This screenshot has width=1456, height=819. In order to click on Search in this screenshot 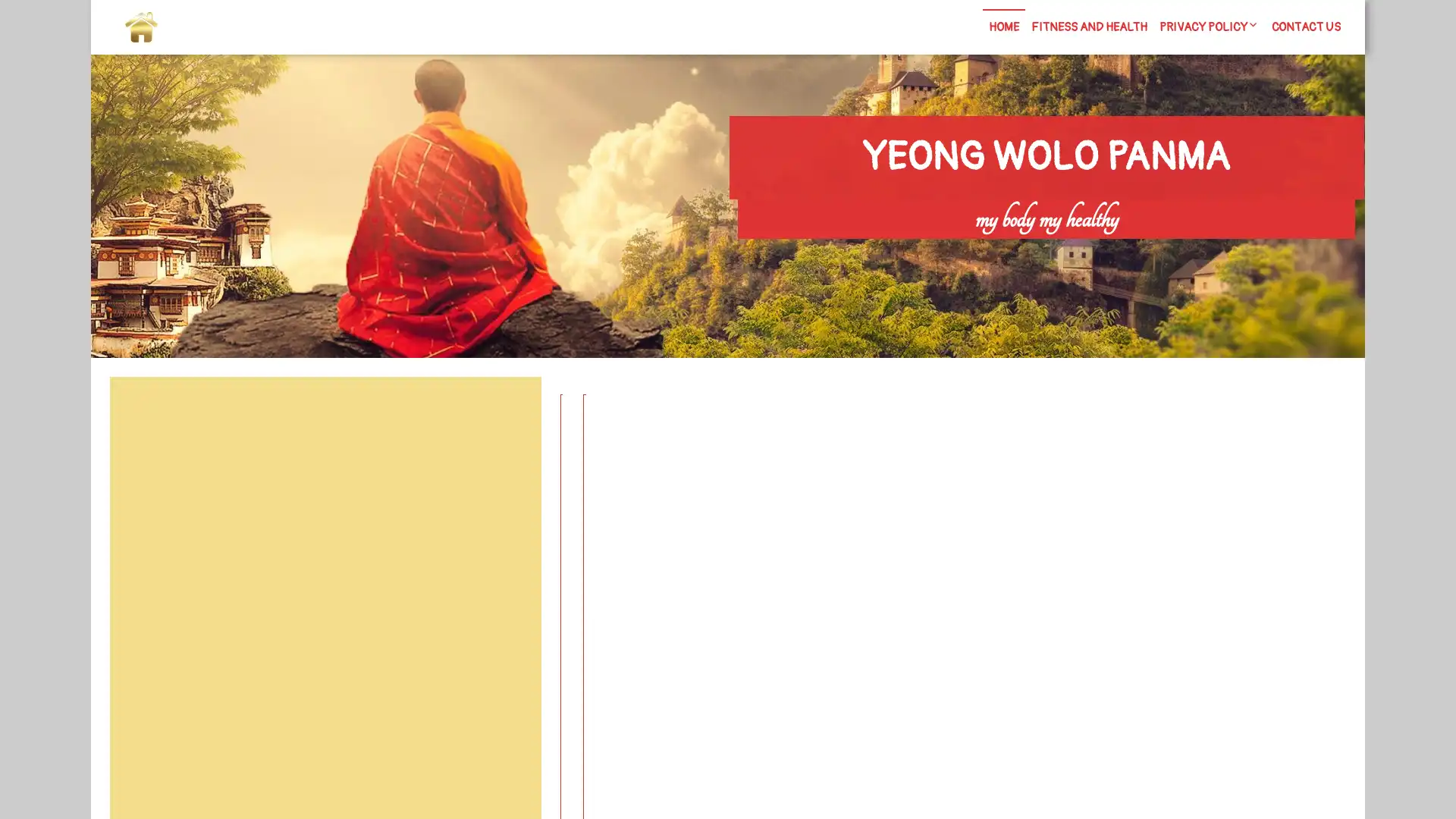, I will do `click(506, 413)`.